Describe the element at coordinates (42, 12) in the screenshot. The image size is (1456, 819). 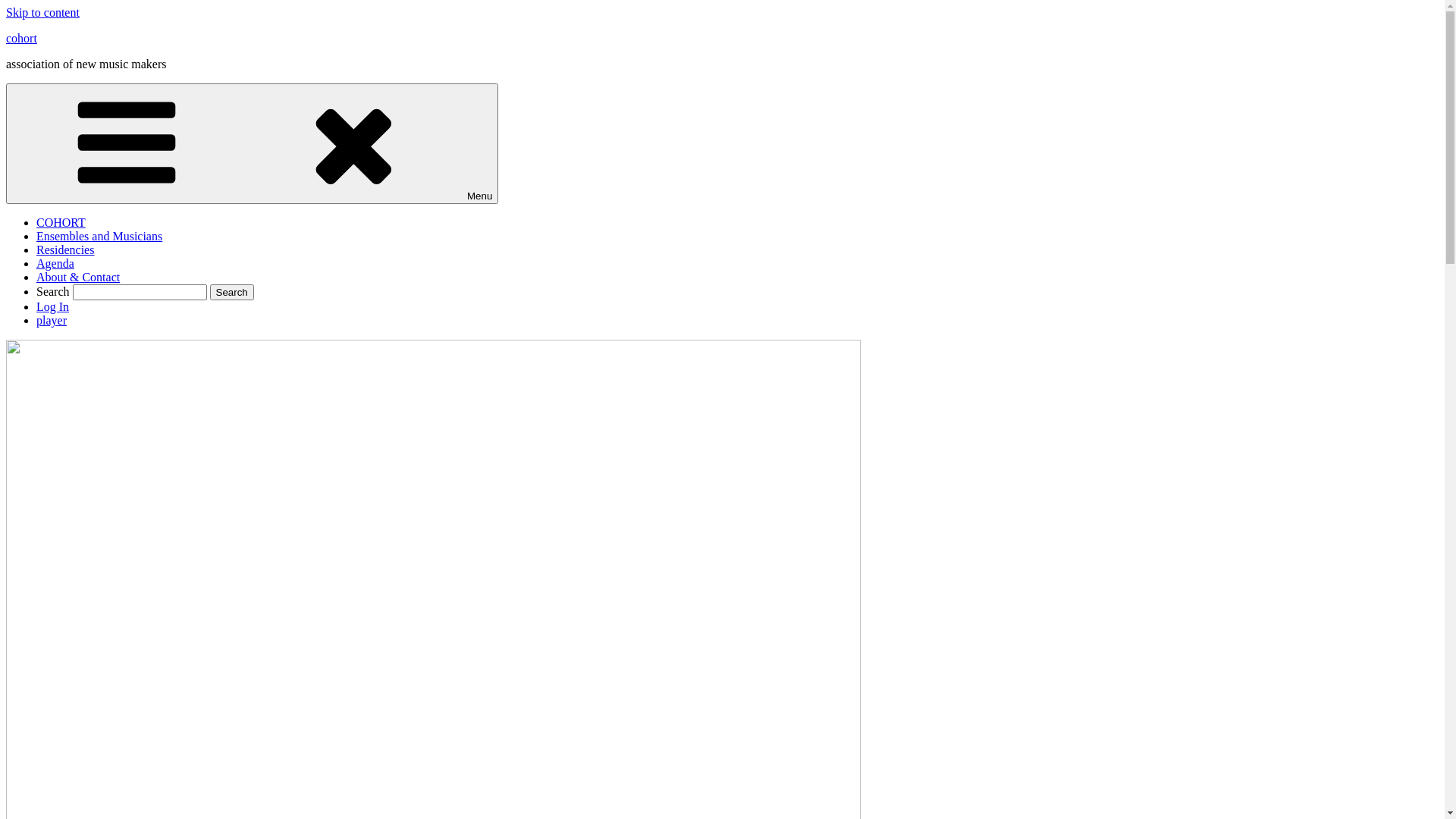
I see `'Skip to content'` at that location.